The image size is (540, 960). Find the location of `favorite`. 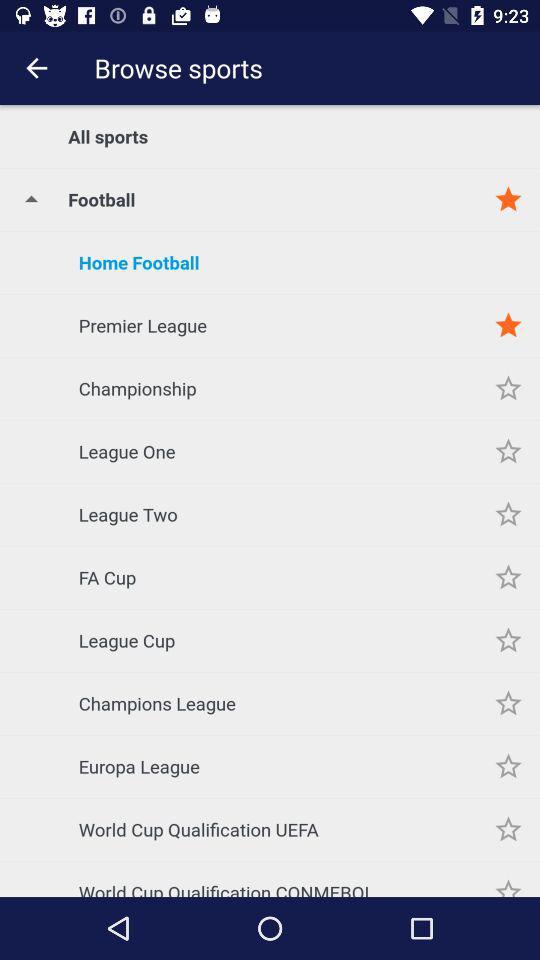

favorite is located at coordinates (508, 639).